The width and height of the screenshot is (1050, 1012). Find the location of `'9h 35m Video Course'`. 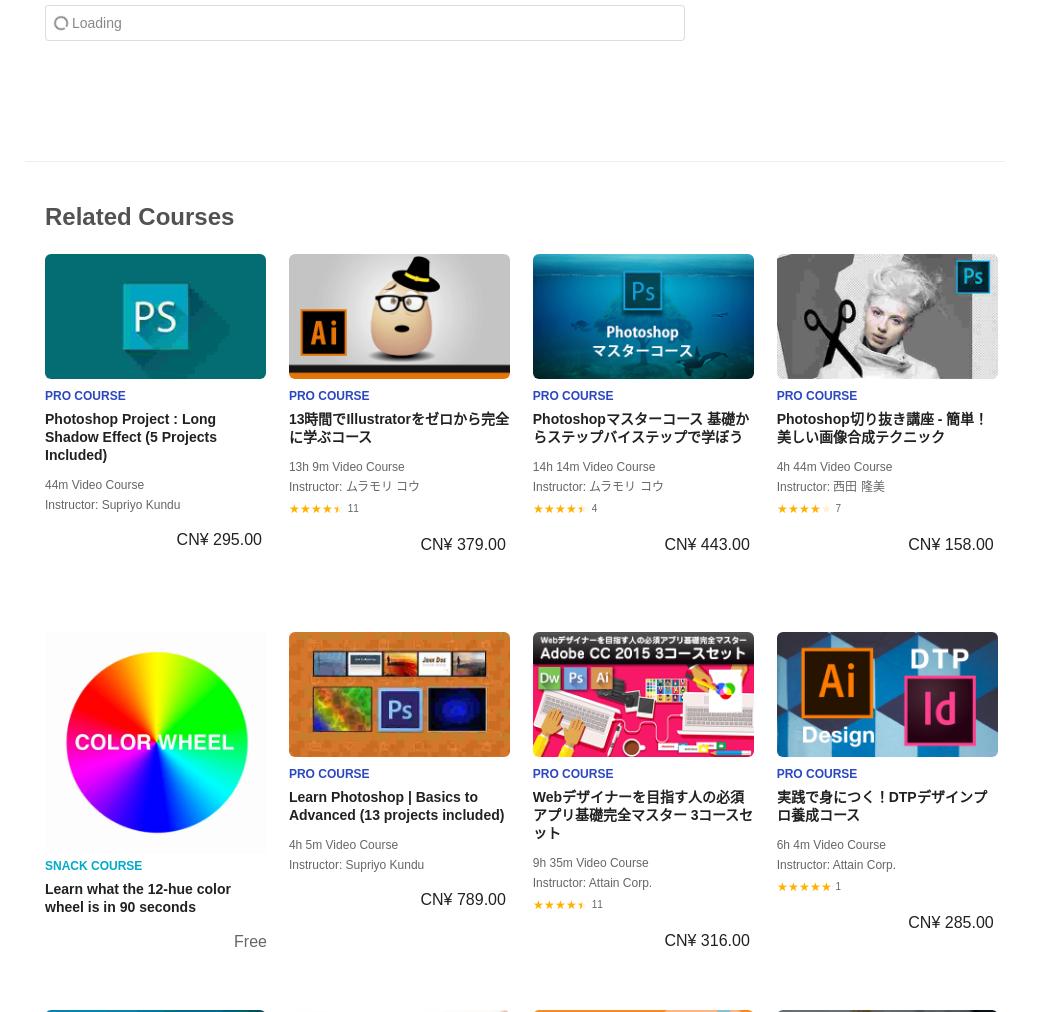

'9h 35m Video Course' is located at coordinates (588, 861).